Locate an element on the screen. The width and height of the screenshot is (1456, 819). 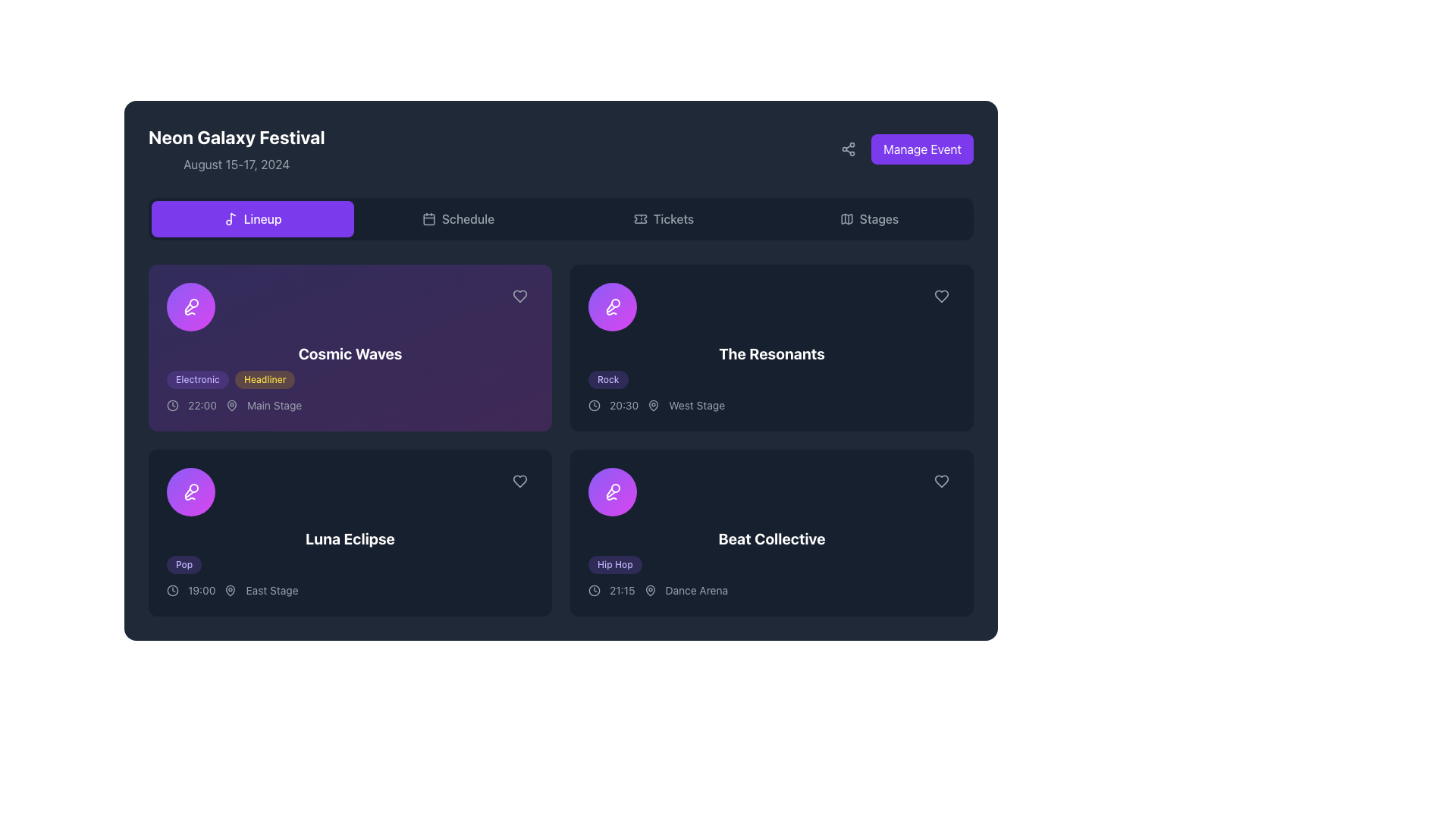
the graphical or decorative element located in the top-right corner of 'The Resonants' card icon is located at coordinates (615, 488).